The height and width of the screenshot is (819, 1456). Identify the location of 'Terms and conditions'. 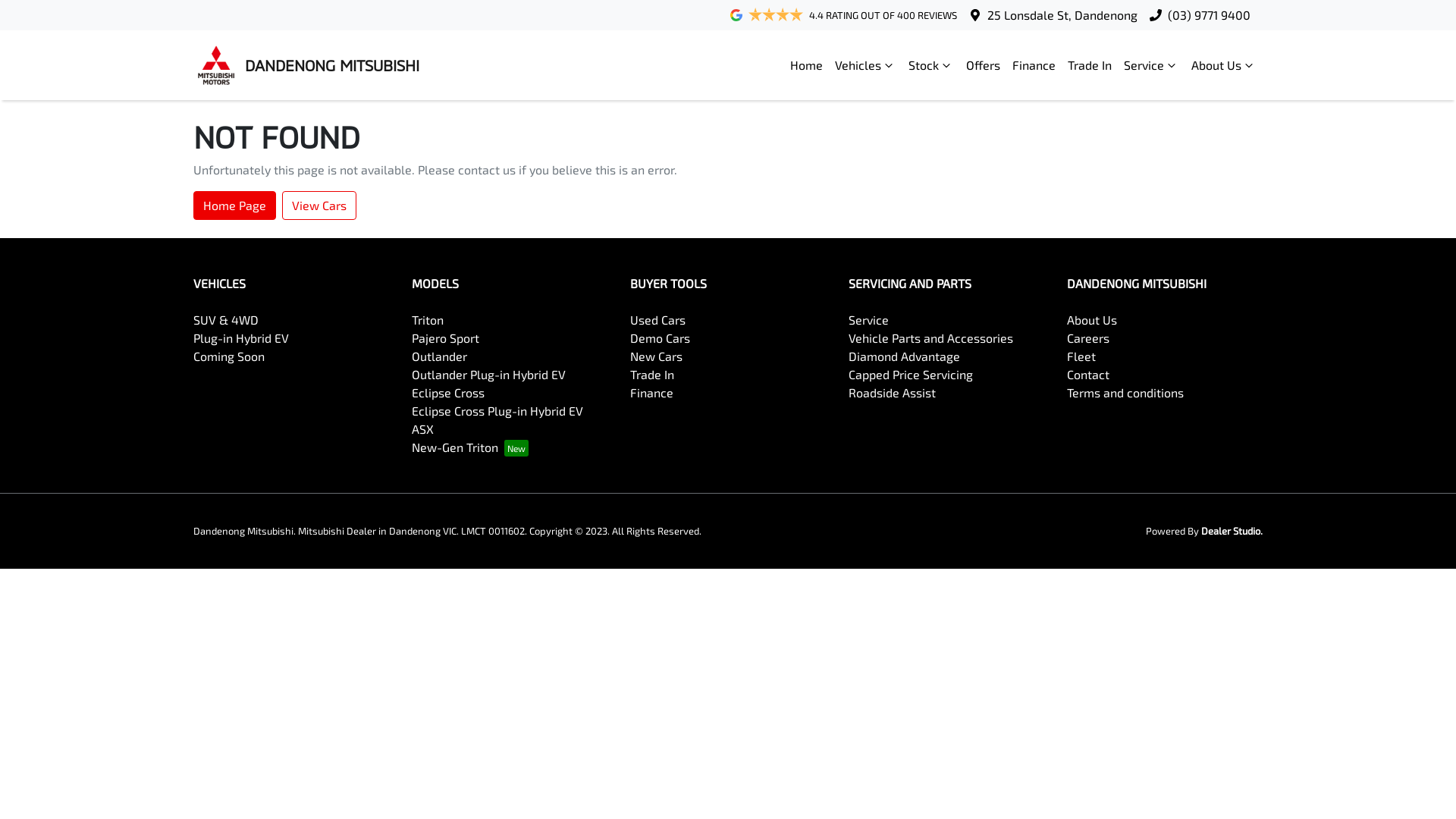
(1125, 391).